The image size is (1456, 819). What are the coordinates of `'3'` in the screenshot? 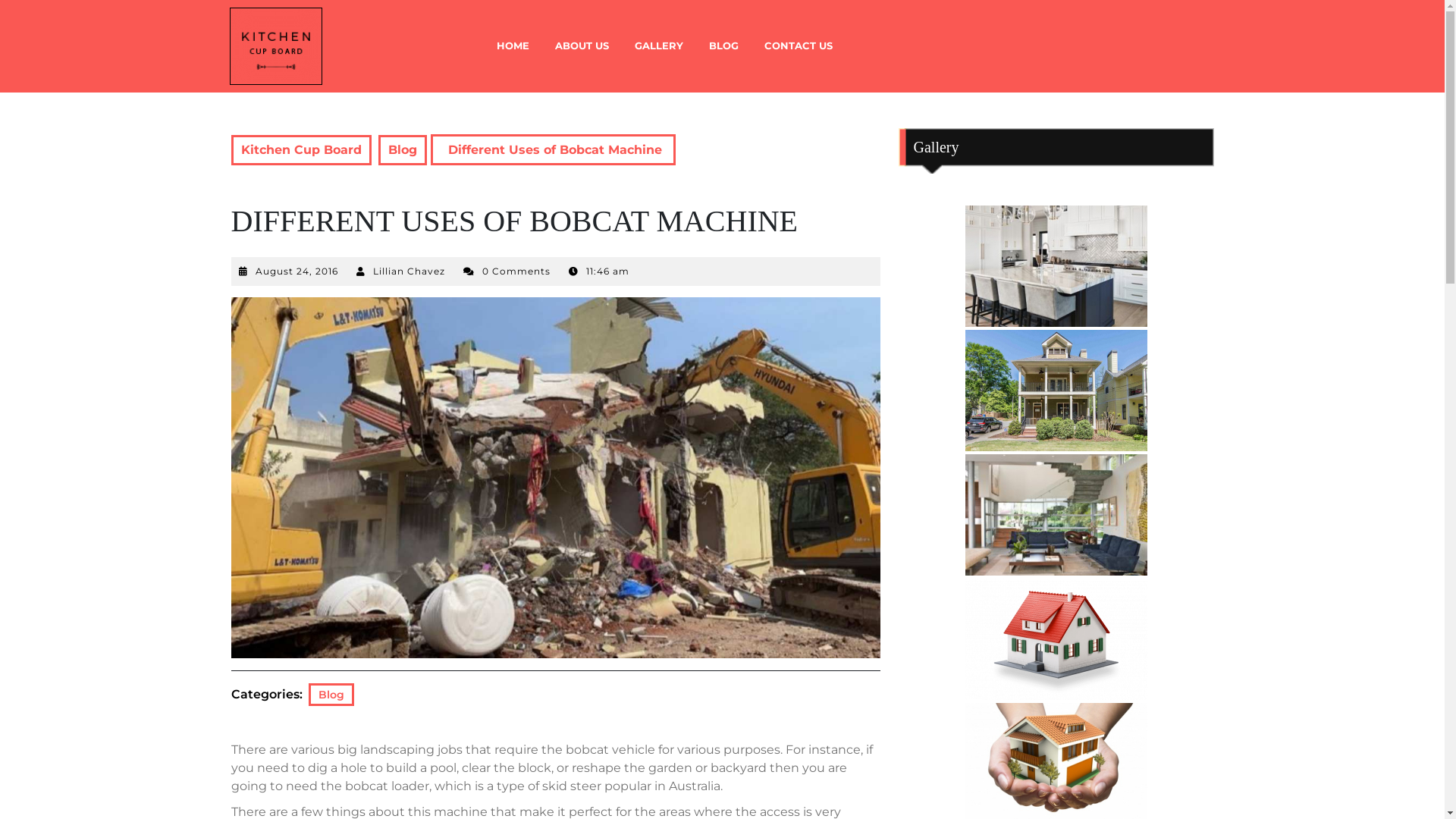 It's located at (1055, 513).